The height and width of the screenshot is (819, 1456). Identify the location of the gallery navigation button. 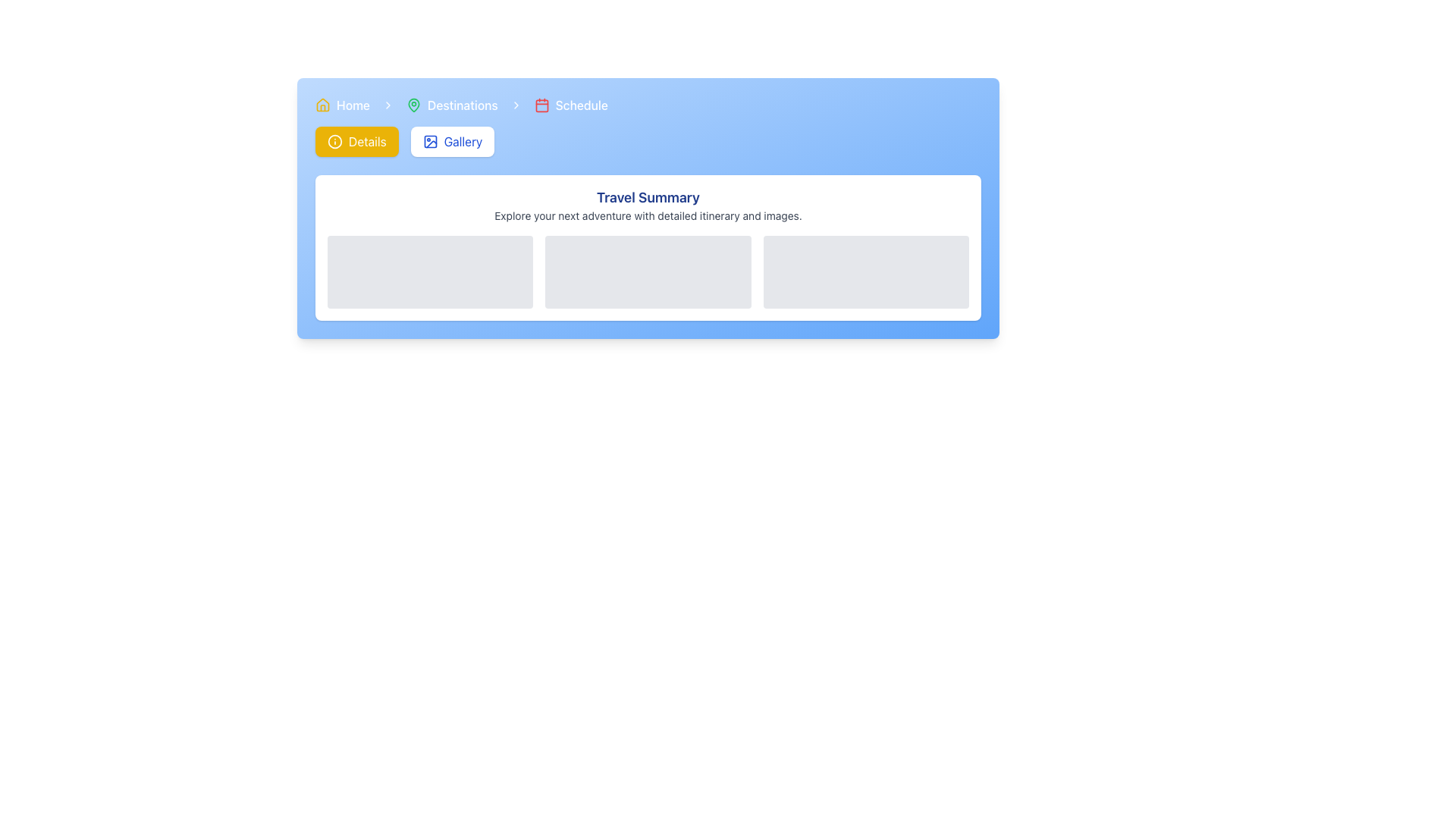
(451, 141).